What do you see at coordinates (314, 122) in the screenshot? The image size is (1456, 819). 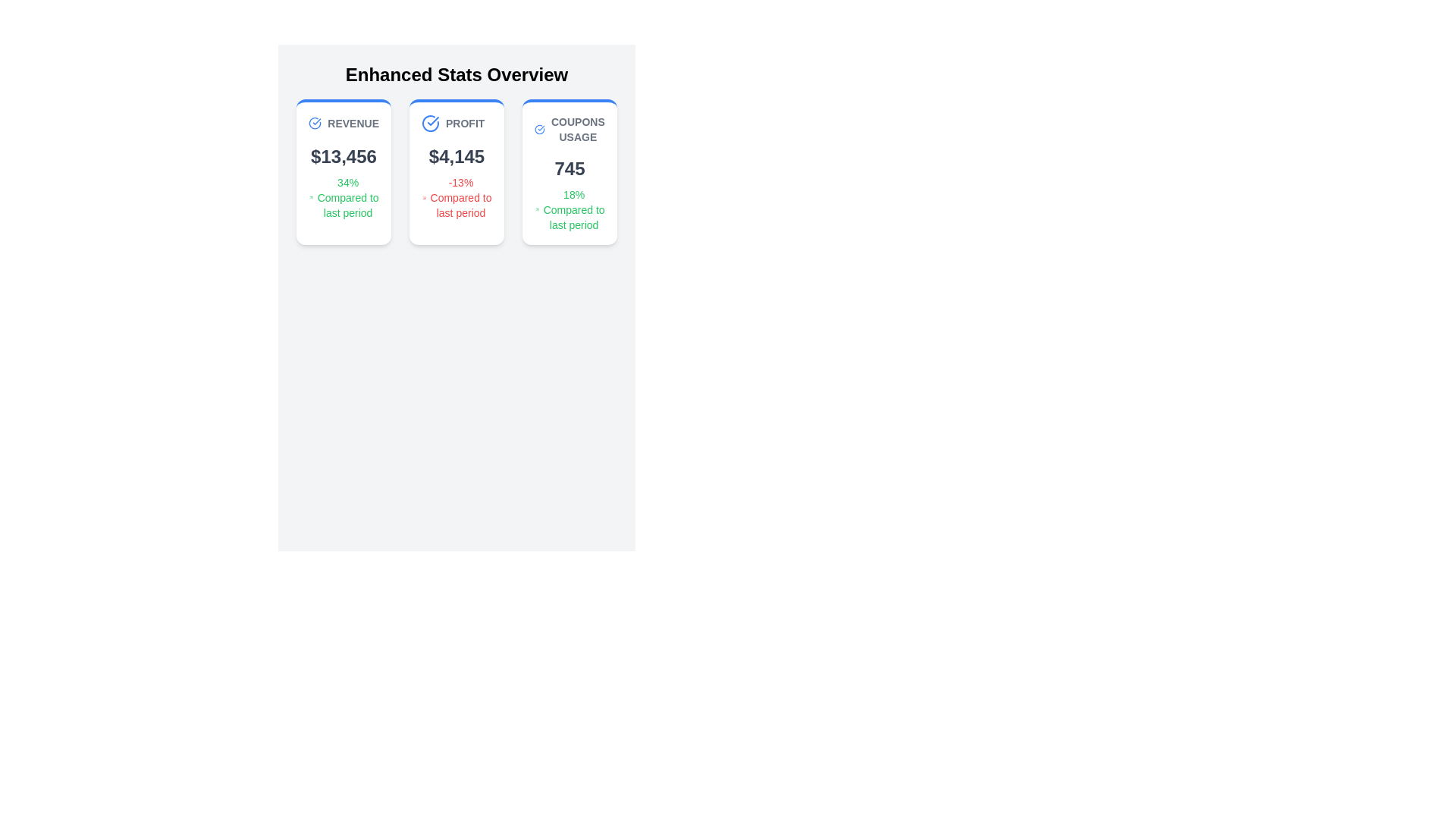 I see `the positive status icon located to the left of the 'Revenue' text in the 'Enhanced Stats Overview' section` at bounding box center [314, 122].